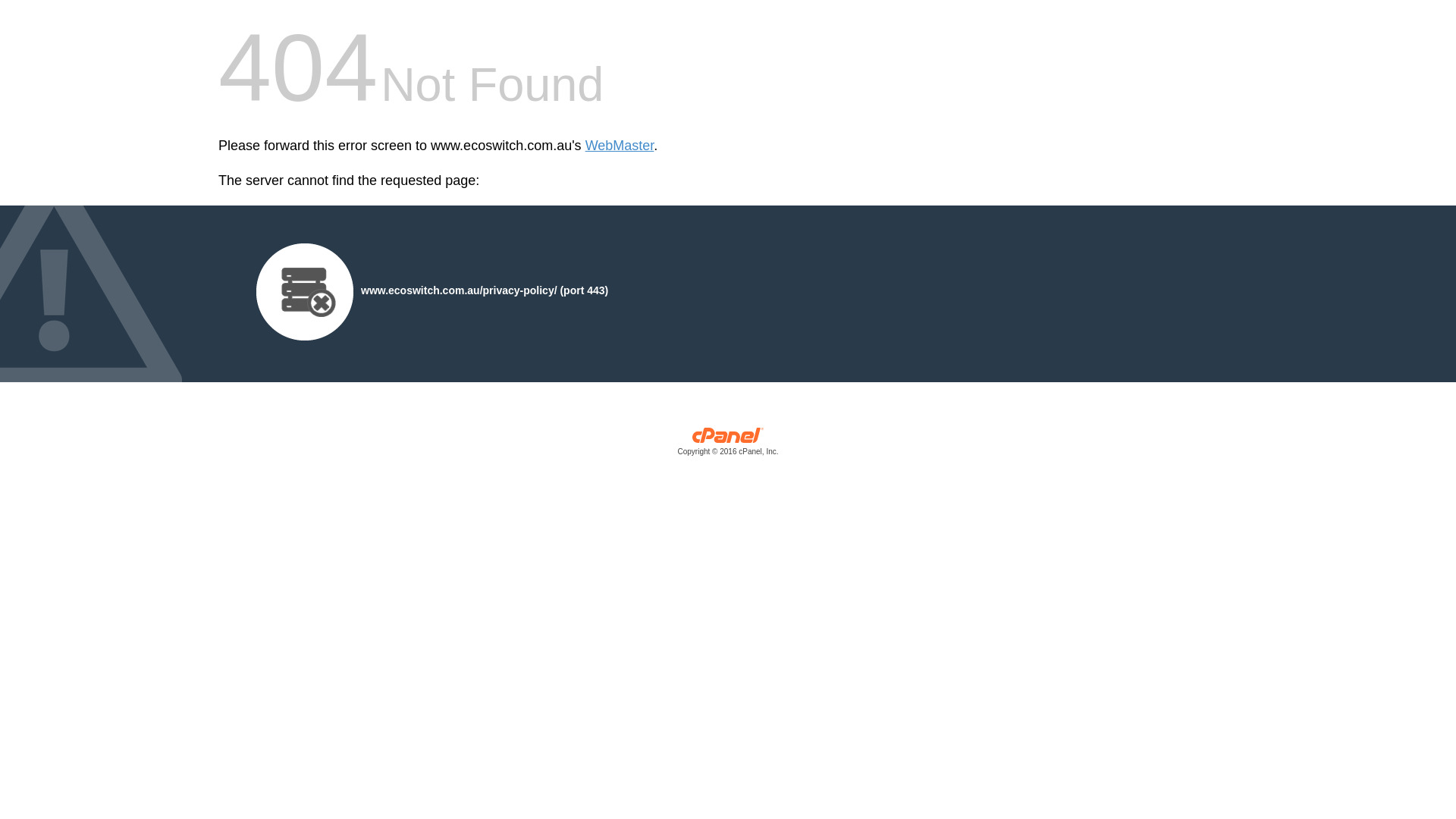 This screenshot has width=1456, height=819. Describe the element at coordinates (620, 146) in the screenshot. I see `'WebMaster'` at that location.